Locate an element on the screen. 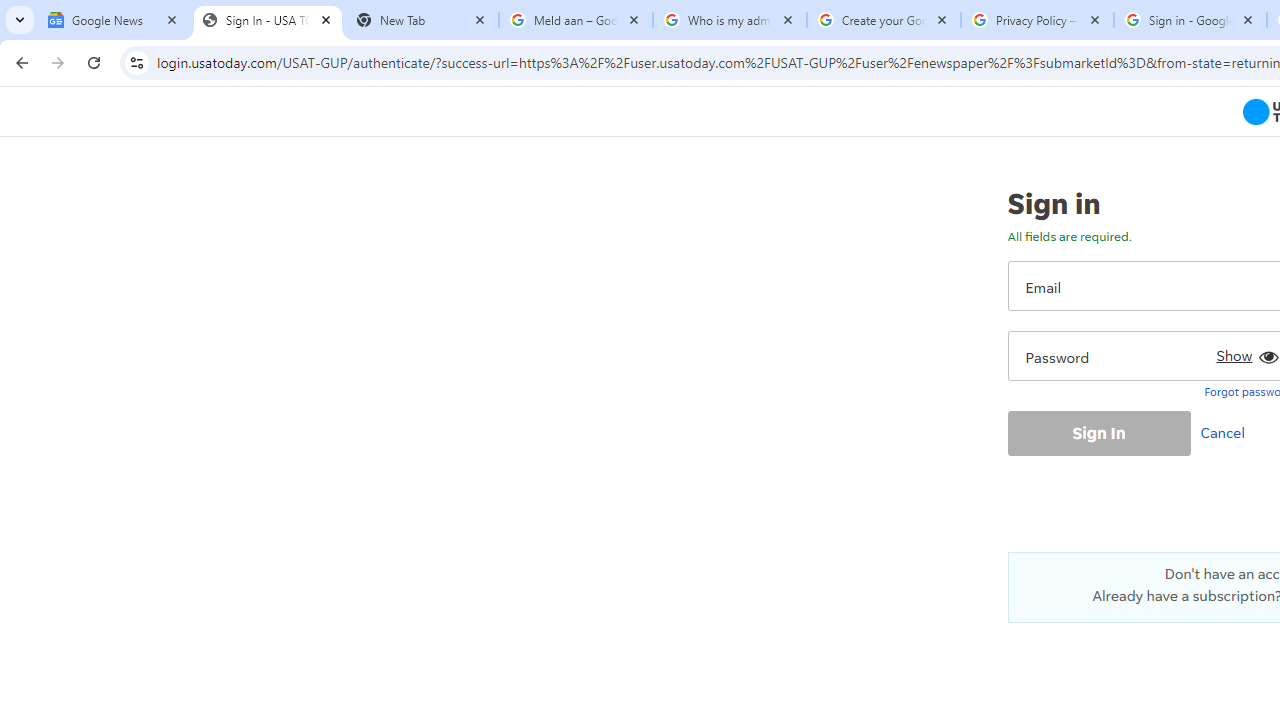  'Sign in - Google Accounts' is located at coordinates (1190, 20).